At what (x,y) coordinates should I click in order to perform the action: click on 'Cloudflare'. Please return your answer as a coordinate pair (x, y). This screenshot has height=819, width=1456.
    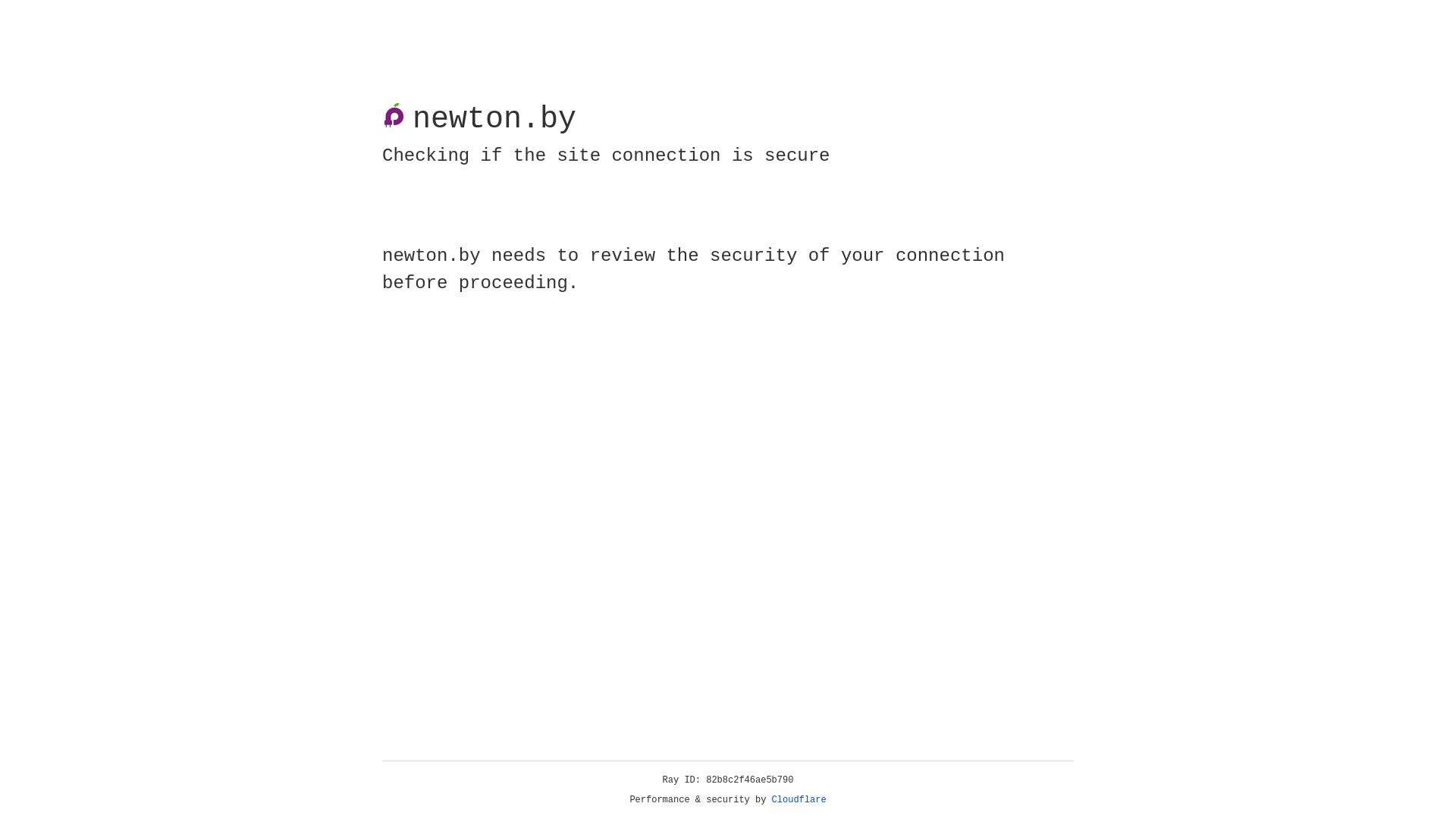
    Looking at the image, I should click on (799, 799).